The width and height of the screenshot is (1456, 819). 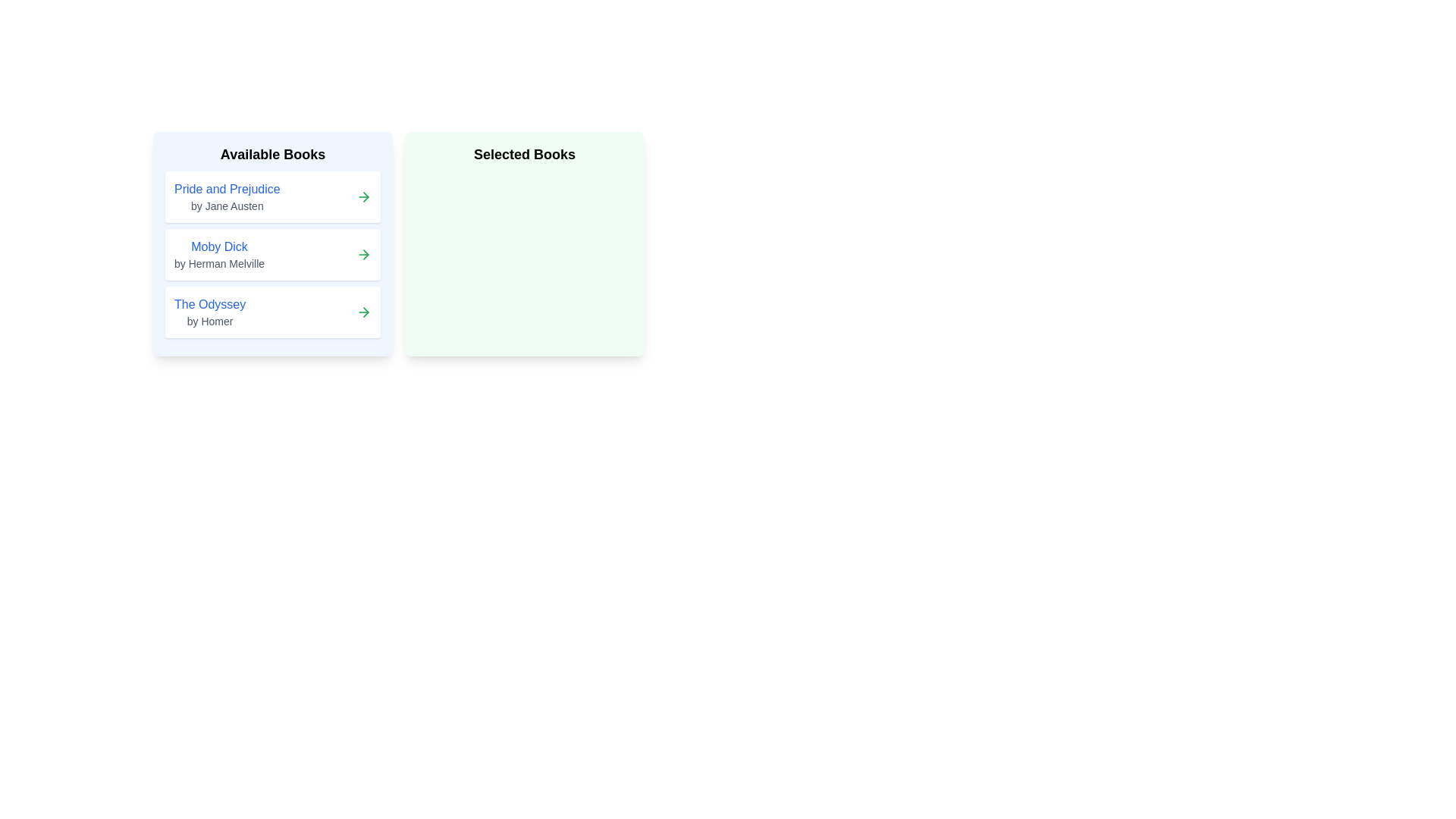 What do you see at coordinates (366, 196) in the screenshot?
I see `the right-pointing arrow icon in the 'Available Books' section for 'Pride and Prejudice by Jane Austen'` at bounding box center [366, 196].